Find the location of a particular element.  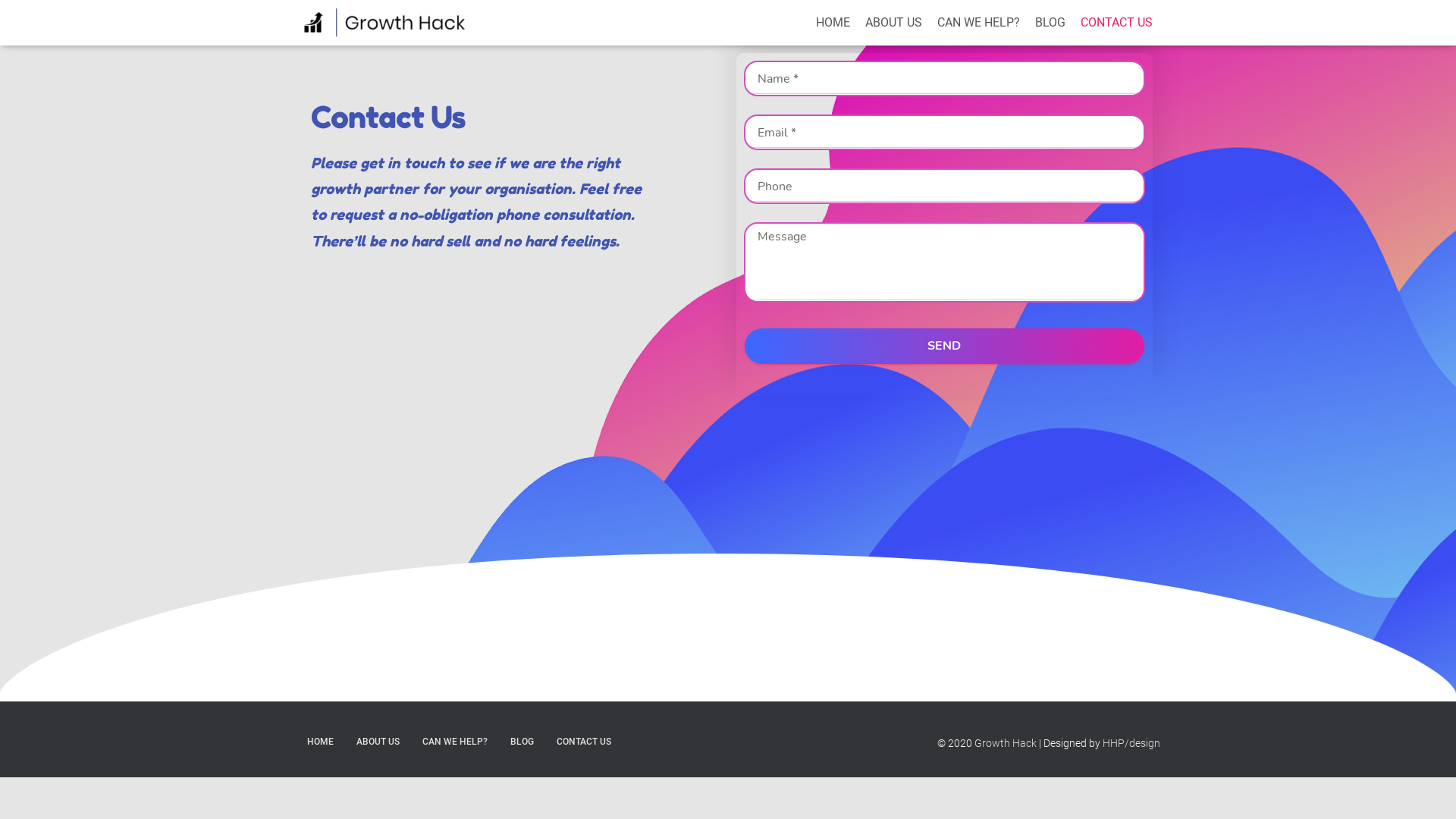

'BLOG' is located at coordinates (1050, 23).